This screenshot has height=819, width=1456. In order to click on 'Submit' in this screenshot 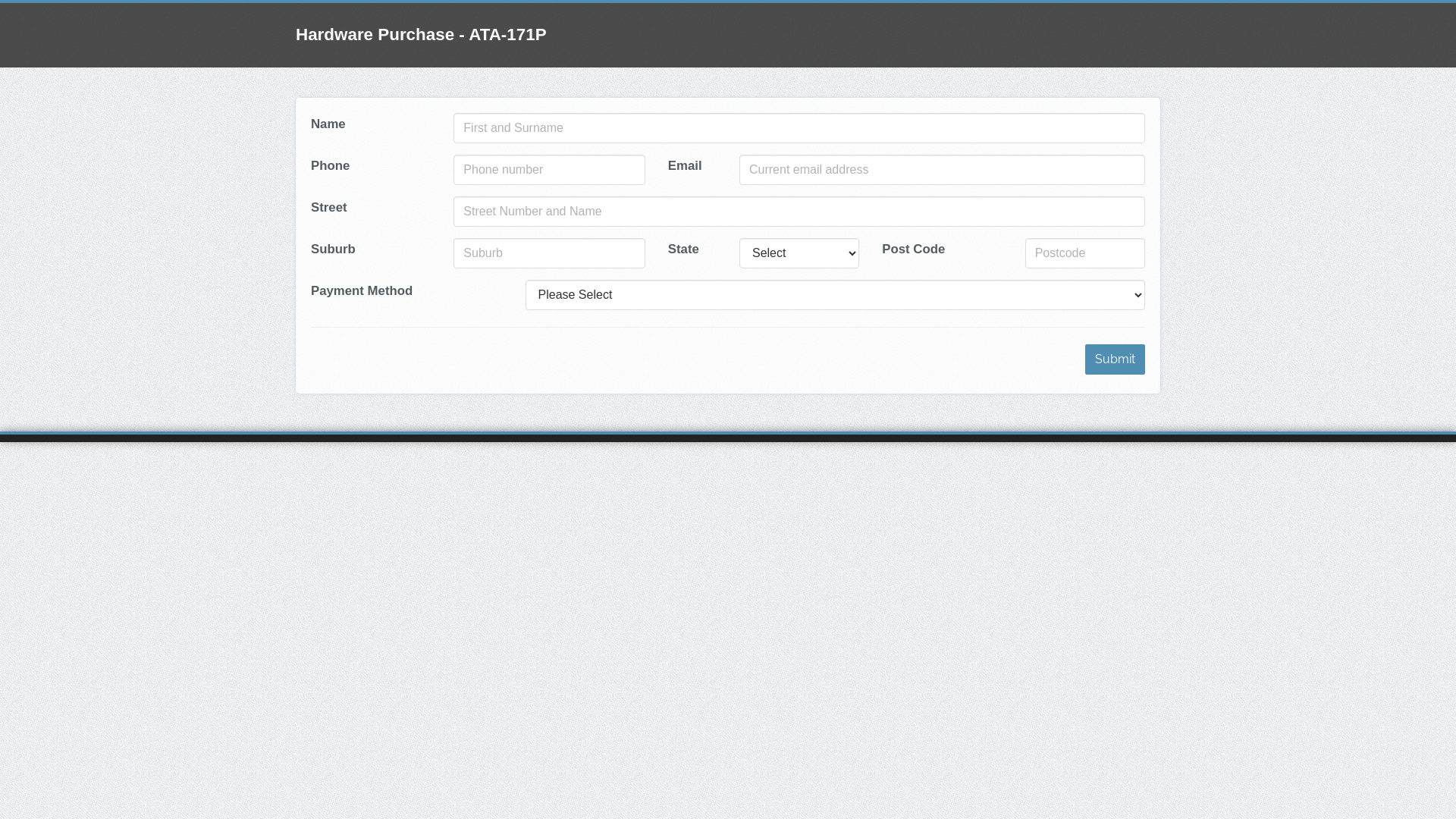, I will do `click(1115, 359)`.